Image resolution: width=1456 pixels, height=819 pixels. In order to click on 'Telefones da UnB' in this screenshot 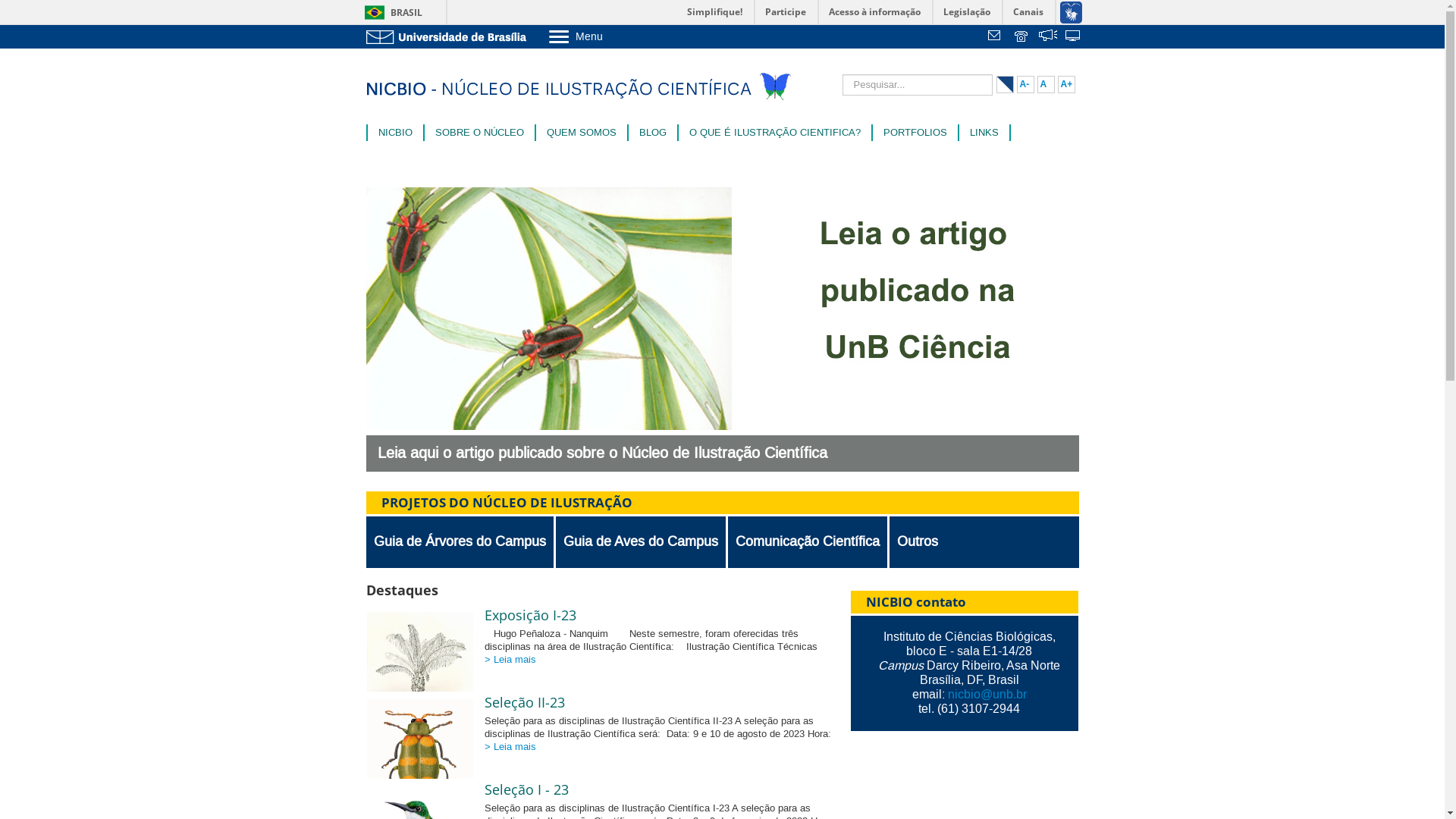, I will do `click(1022, 36)`.